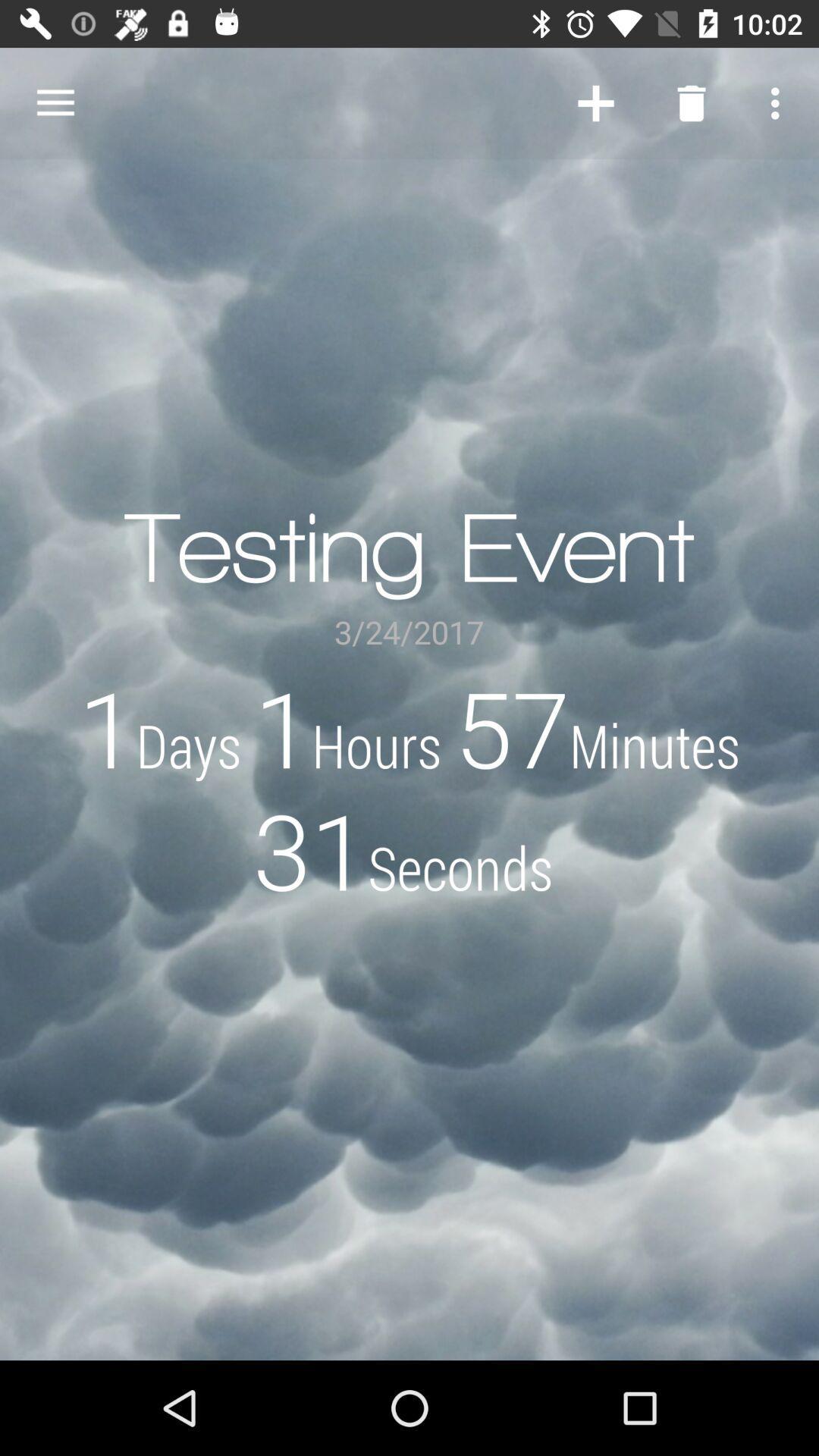 This screenshot has height=1456, width=819. Describe the element at coordinates (55, 102) in the screenshot. I see `the item at the top left corner` at that location.